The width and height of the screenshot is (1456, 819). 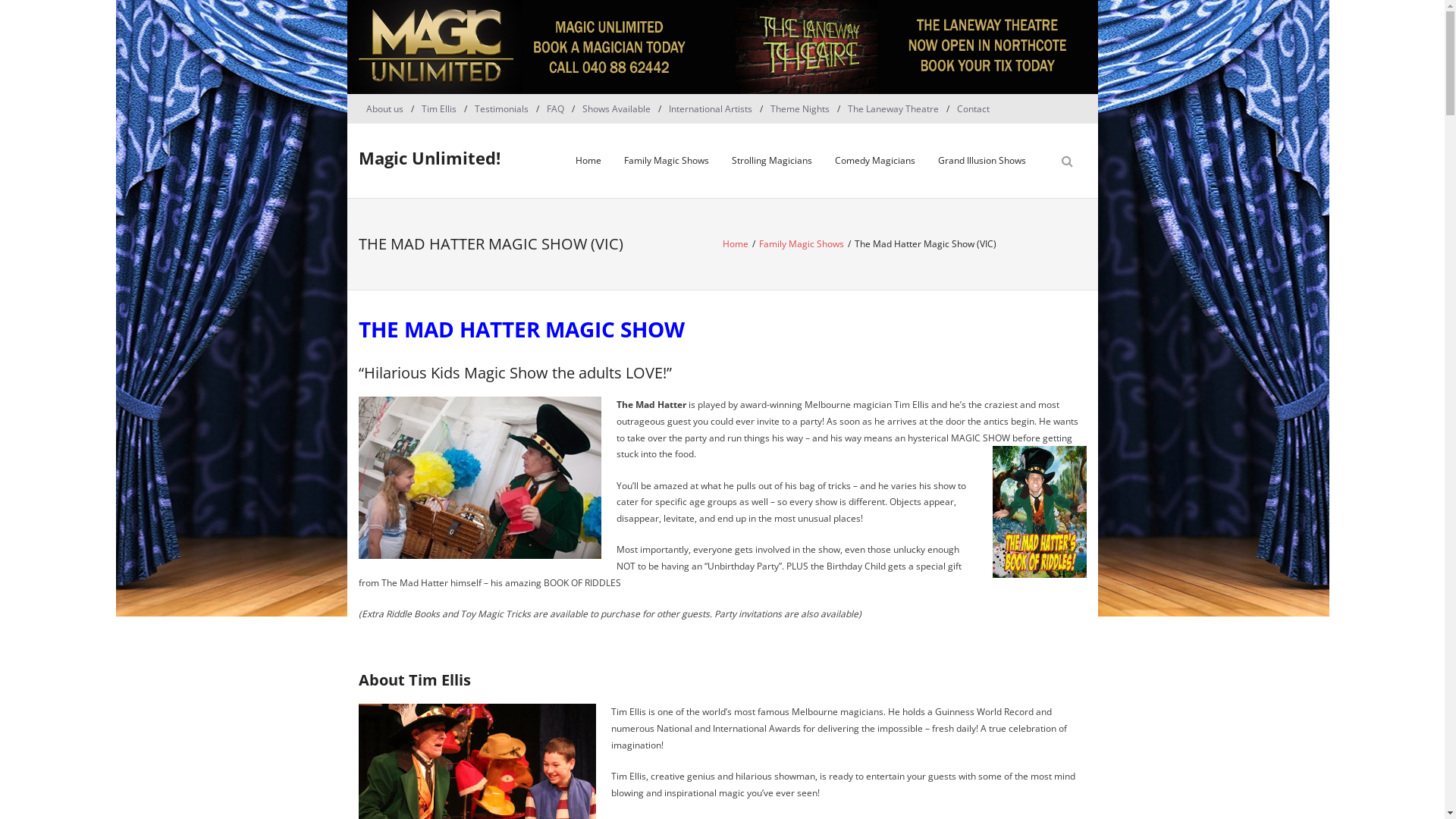 What do you see at coordinates (356, 108) in the screenshot?
I see `'About us'` at bounding box center [356, 108].